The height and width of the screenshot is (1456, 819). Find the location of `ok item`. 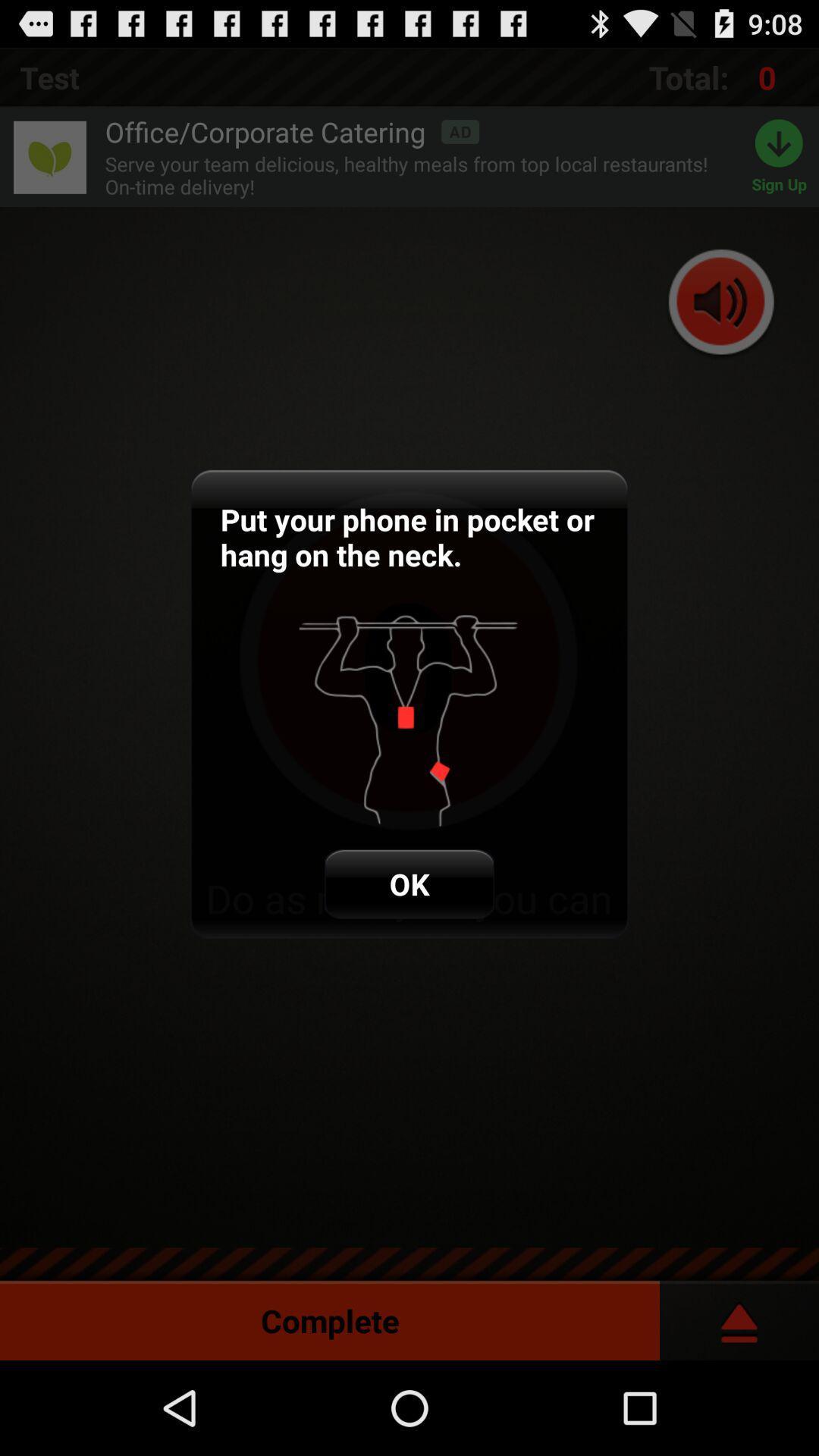

ok item is located at coordinates (409, 883).